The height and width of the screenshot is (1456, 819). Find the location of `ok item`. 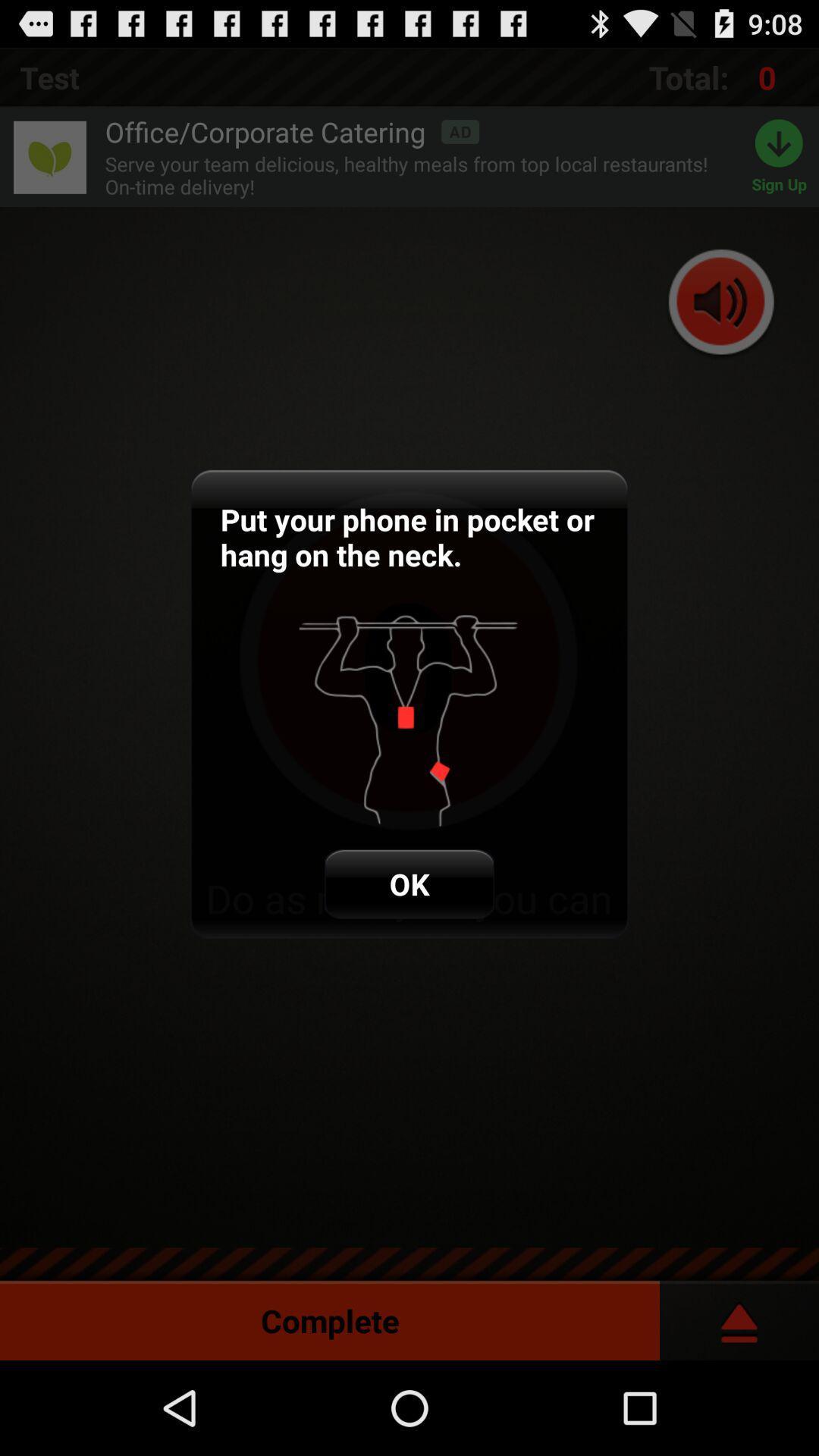

ok item is located at coordinates (409, 883).